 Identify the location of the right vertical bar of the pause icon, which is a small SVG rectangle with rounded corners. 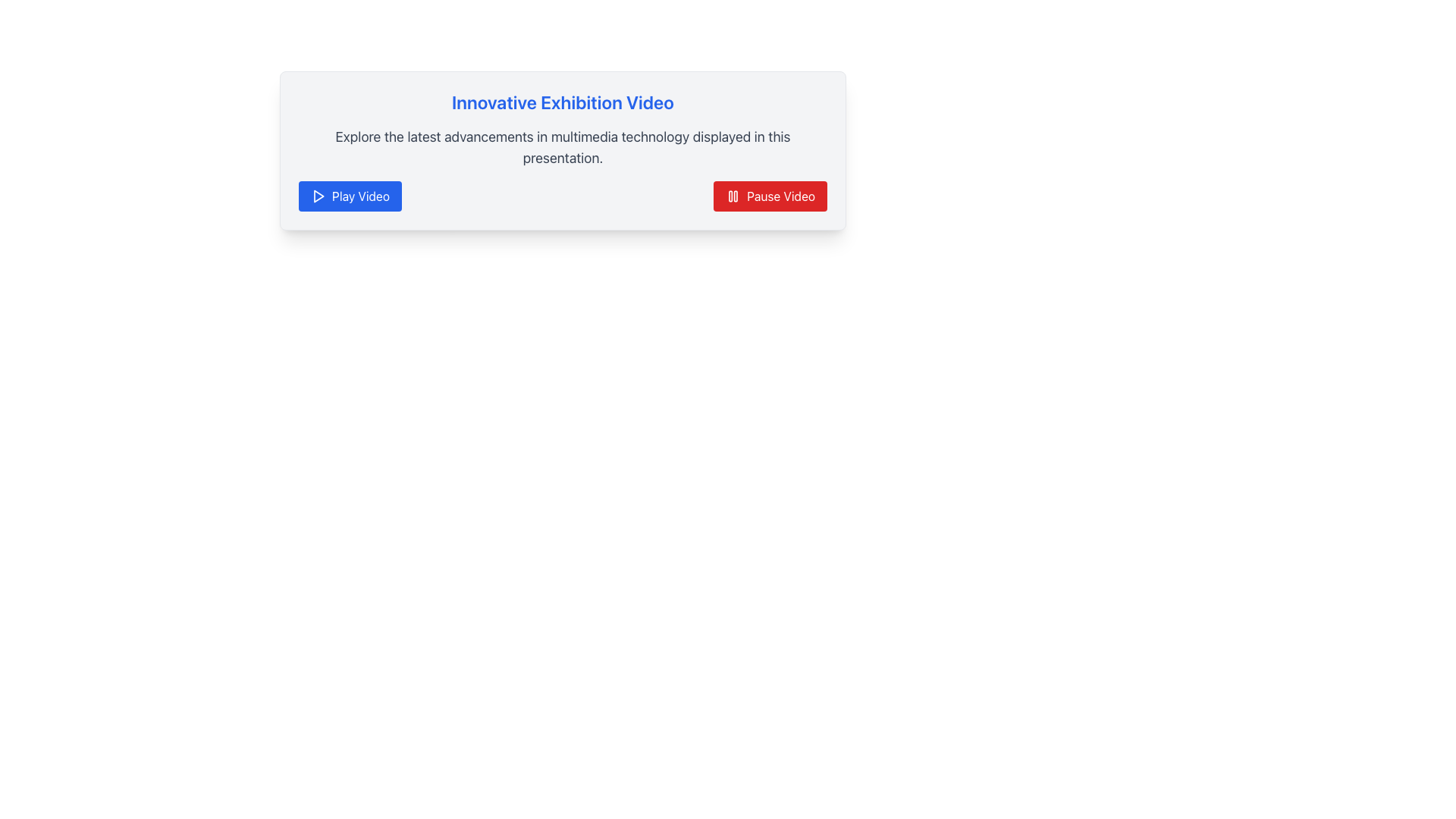
(736, 195).